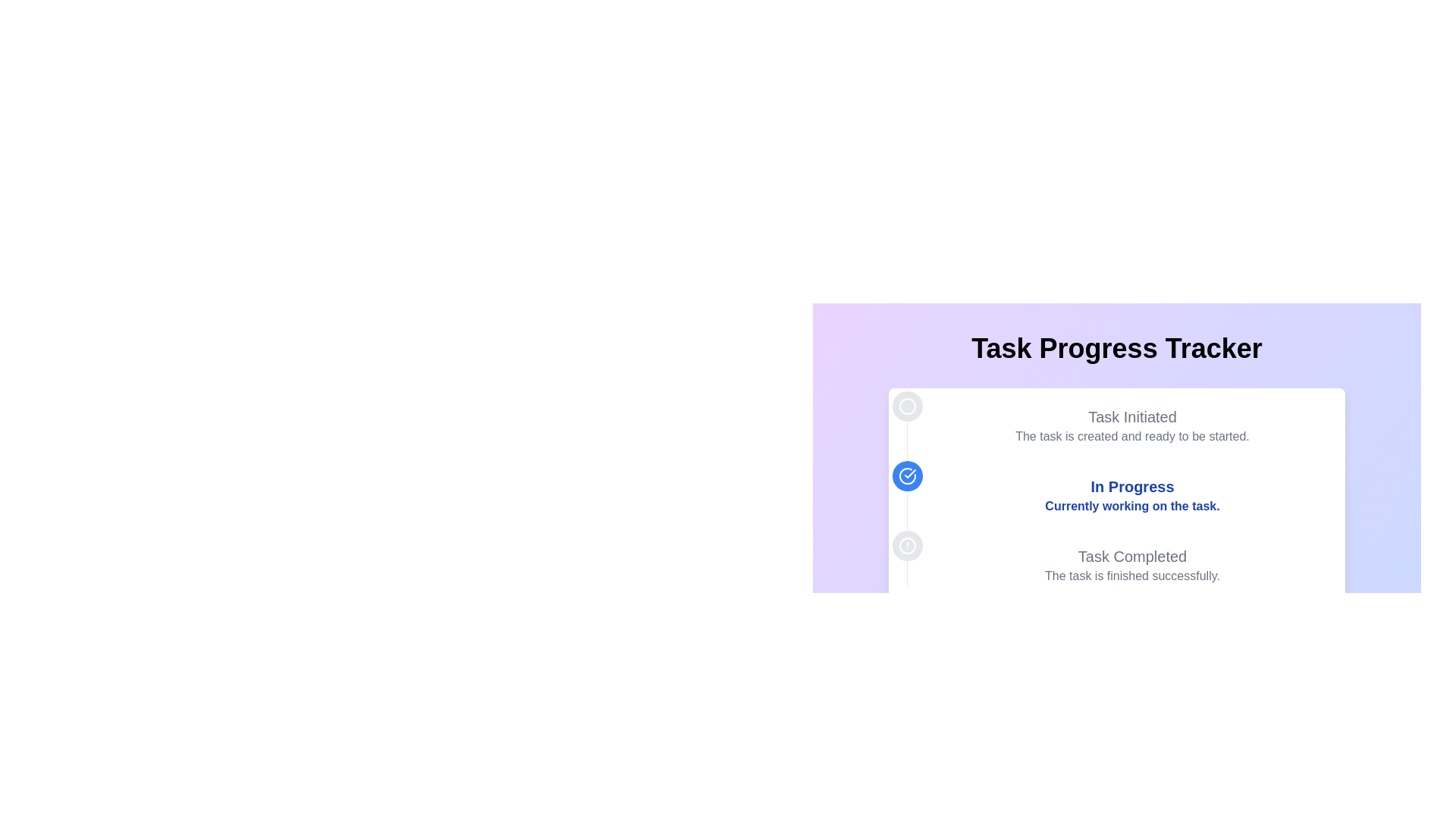  What do you see at coordinates (1117, 426) in the screenshot?
I see `the task status indicator text display located in the upper-left quadrant of the task progress tracker interface` at bounding box center [1117, 426].